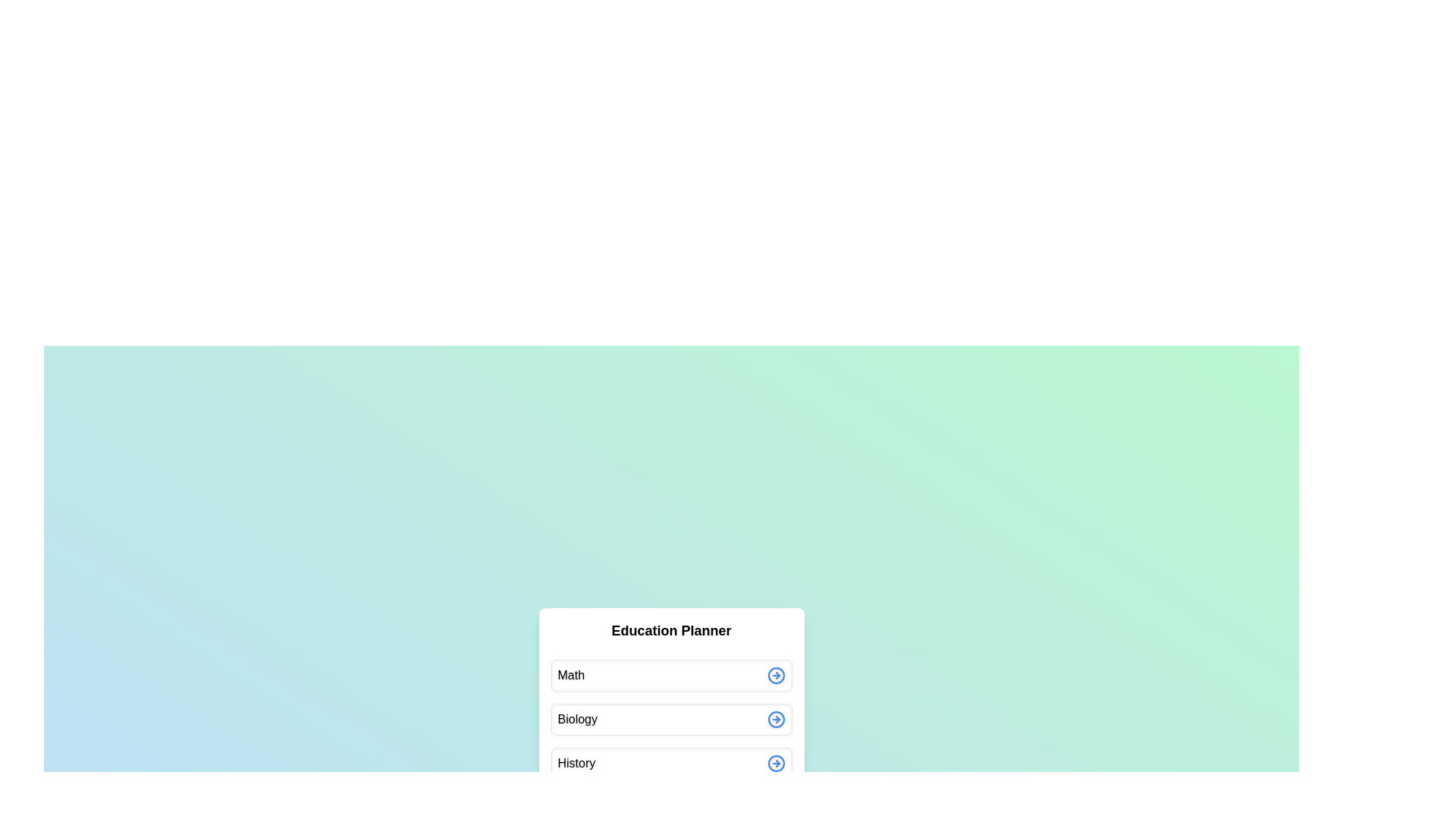 This screenshot has height=819, width=1456. Describe the element at coordinates (776, 718) in the screenshot. I see `the button next to the subject Biology to select it` at that location.